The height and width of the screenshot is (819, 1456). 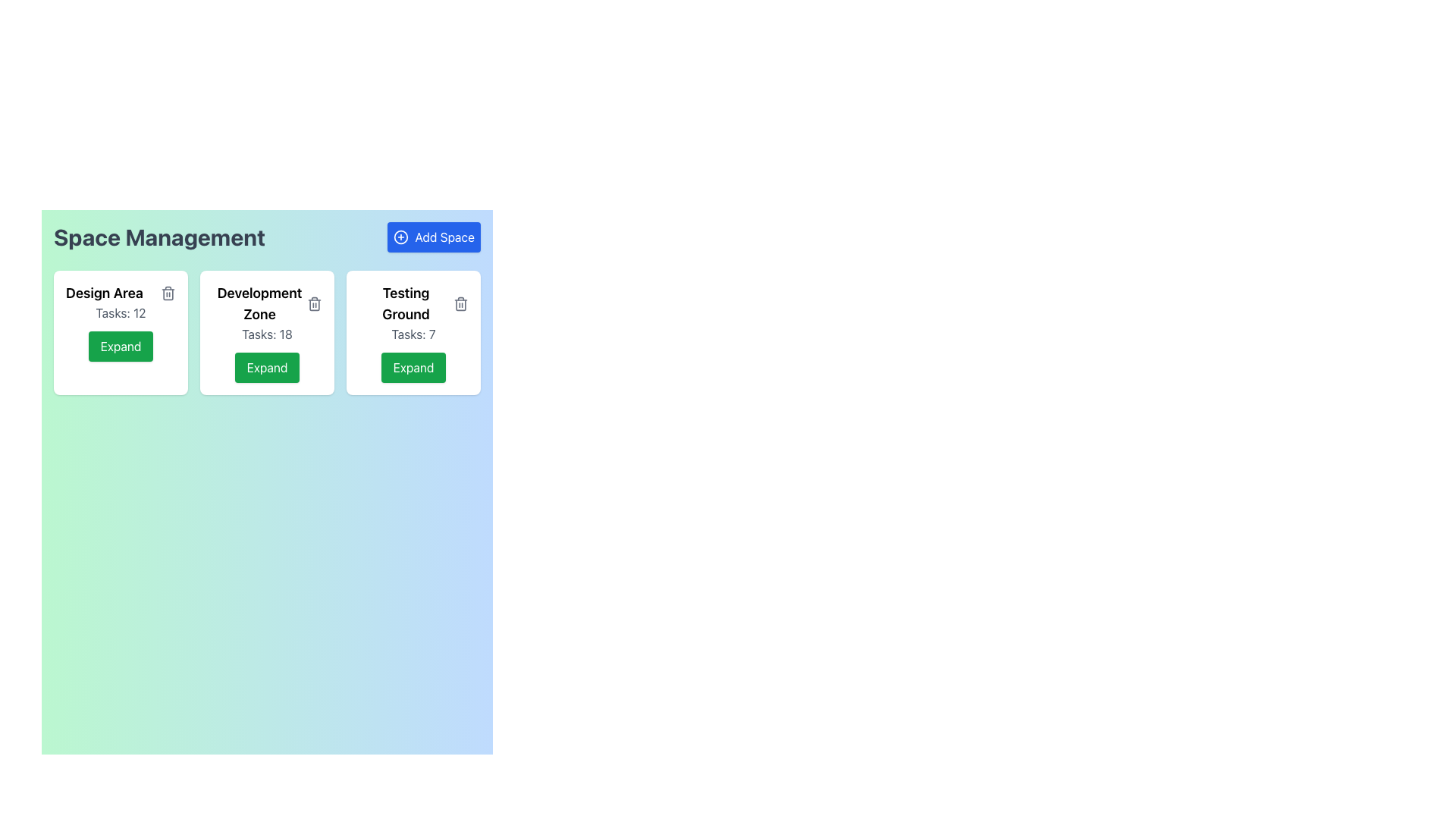 I want to click on the button located in the top-right corner of the 'Space Management' section, so click(x=433, y=237).